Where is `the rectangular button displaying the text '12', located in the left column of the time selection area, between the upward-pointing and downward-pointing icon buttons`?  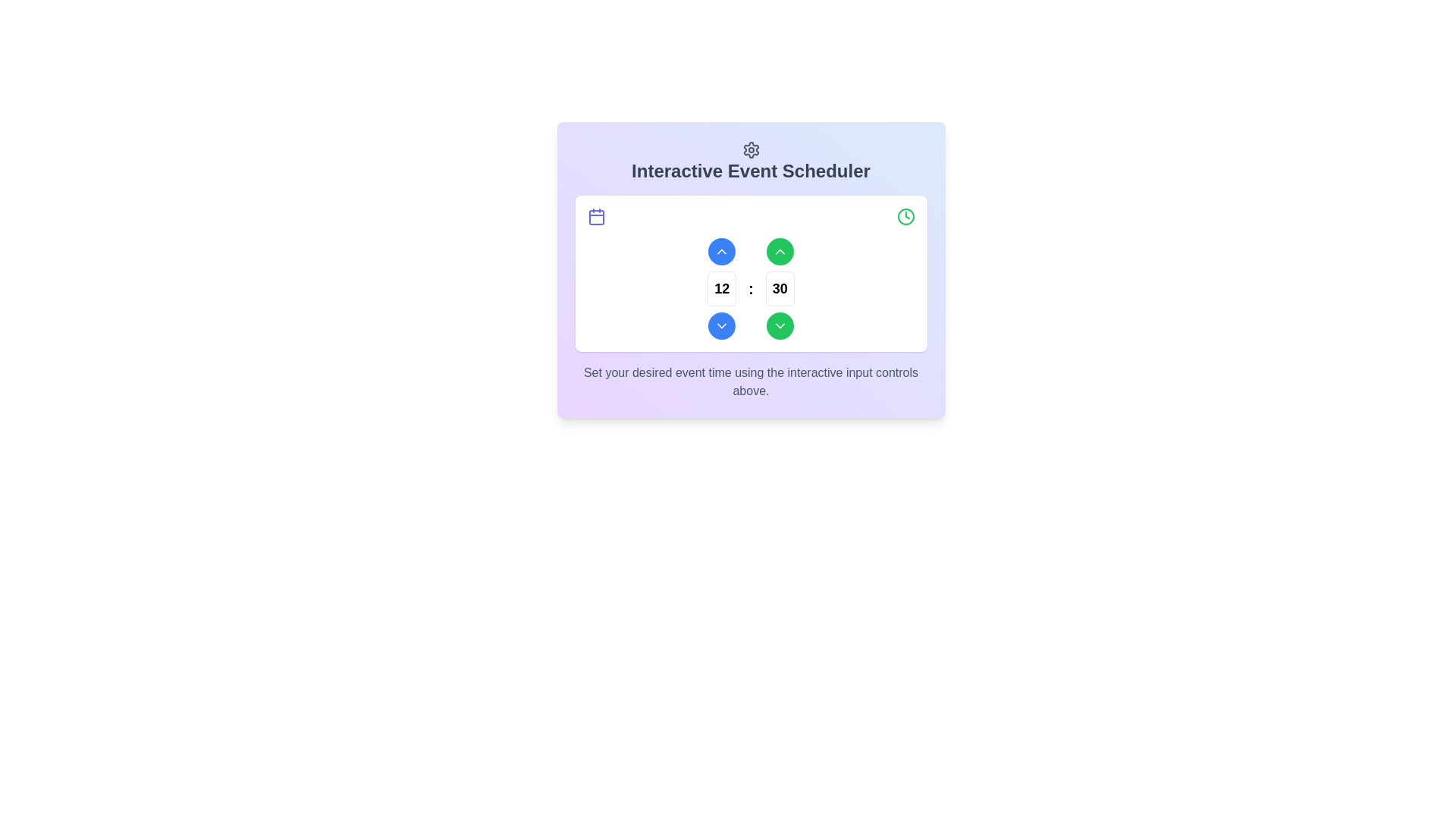
the rectangular button displaying the text '12', located in the left column of the time selection area, between the upward-pointing and downward-pointing icon buttons is located at coordinates (721, 288).